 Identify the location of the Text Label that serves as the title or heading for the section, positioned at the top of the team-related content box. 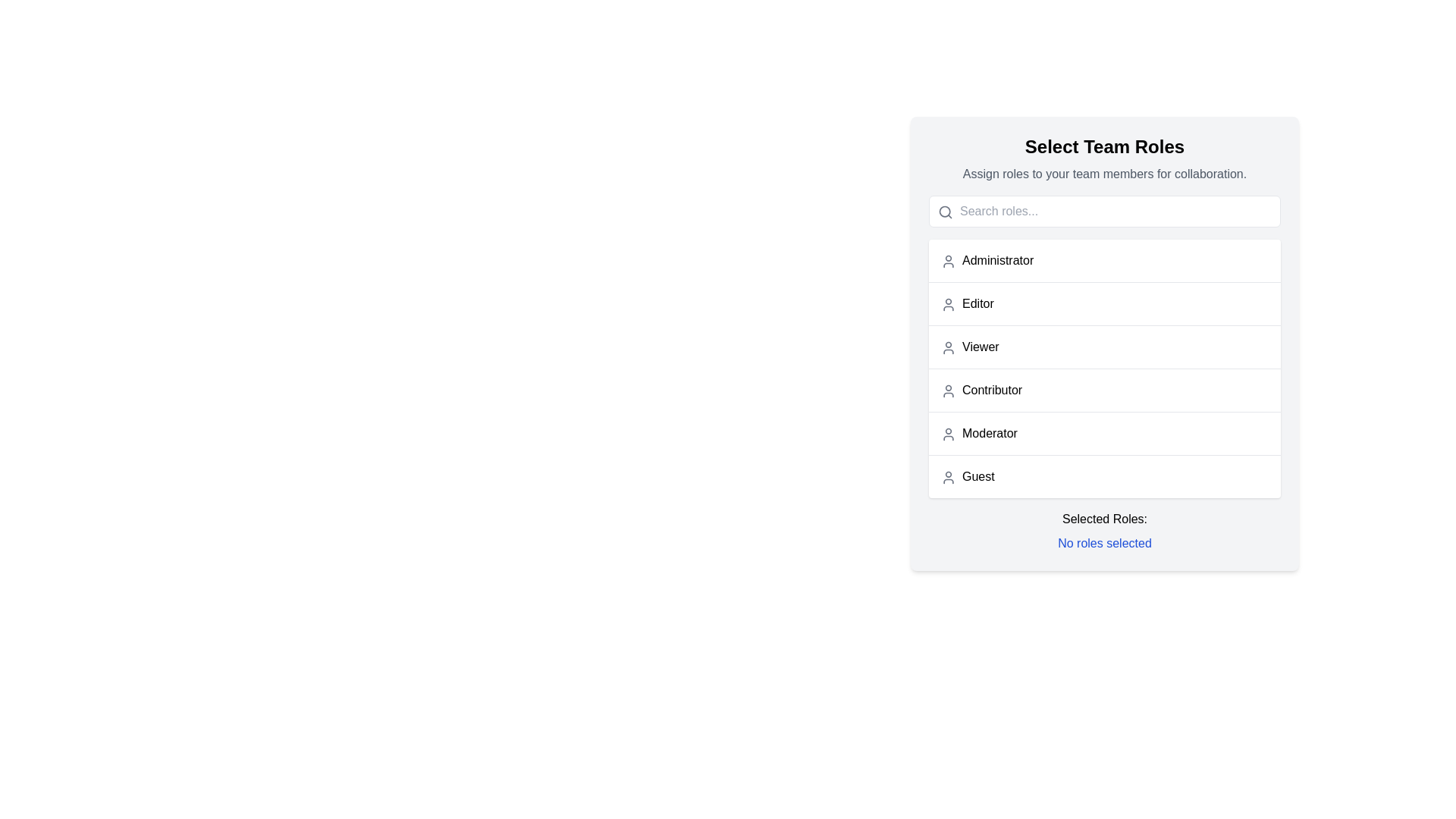
(1105, 146).